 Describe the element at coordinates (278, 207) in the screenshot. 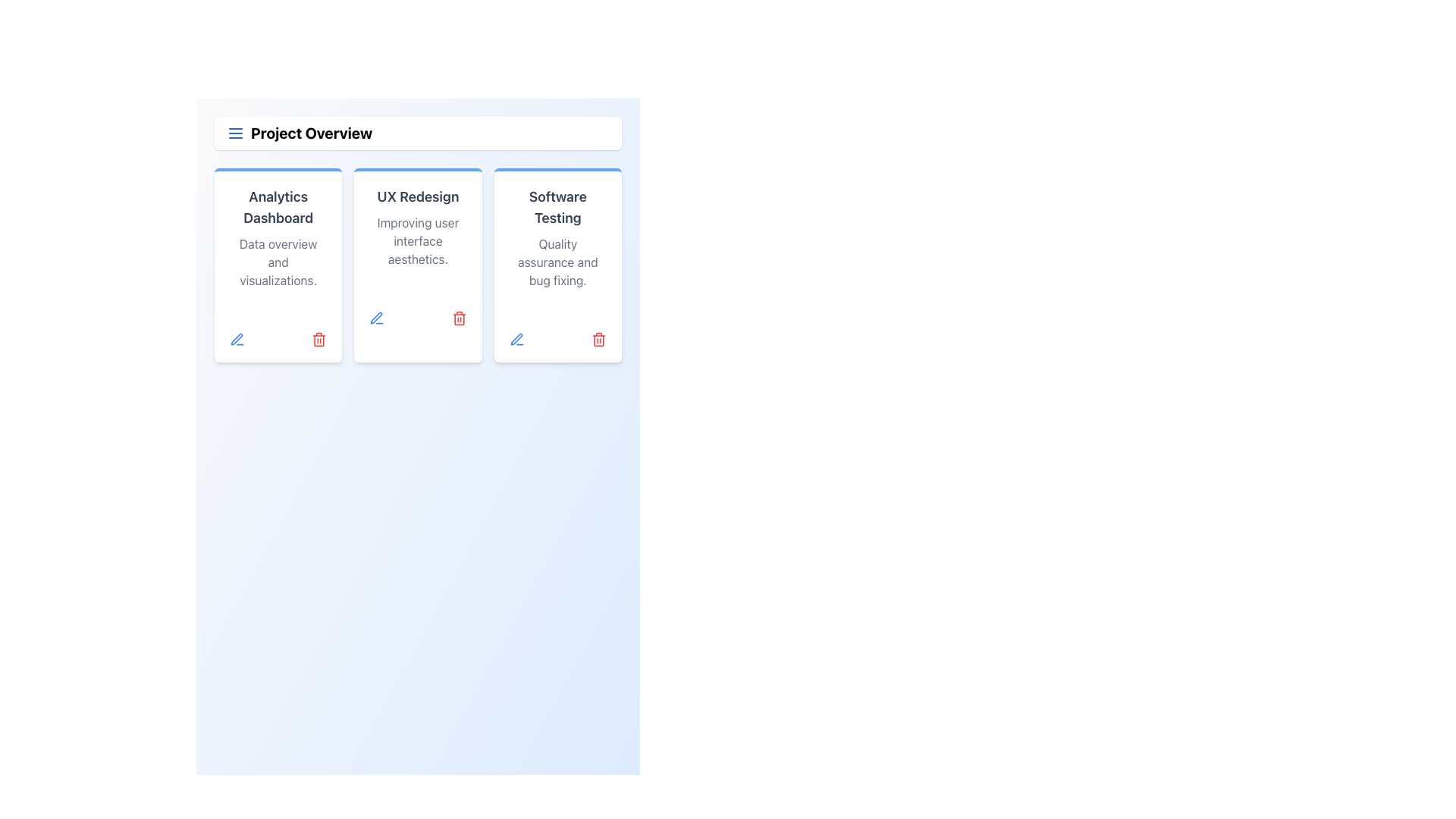

I see `the 'Analytics Dashboard' text label` at that location.